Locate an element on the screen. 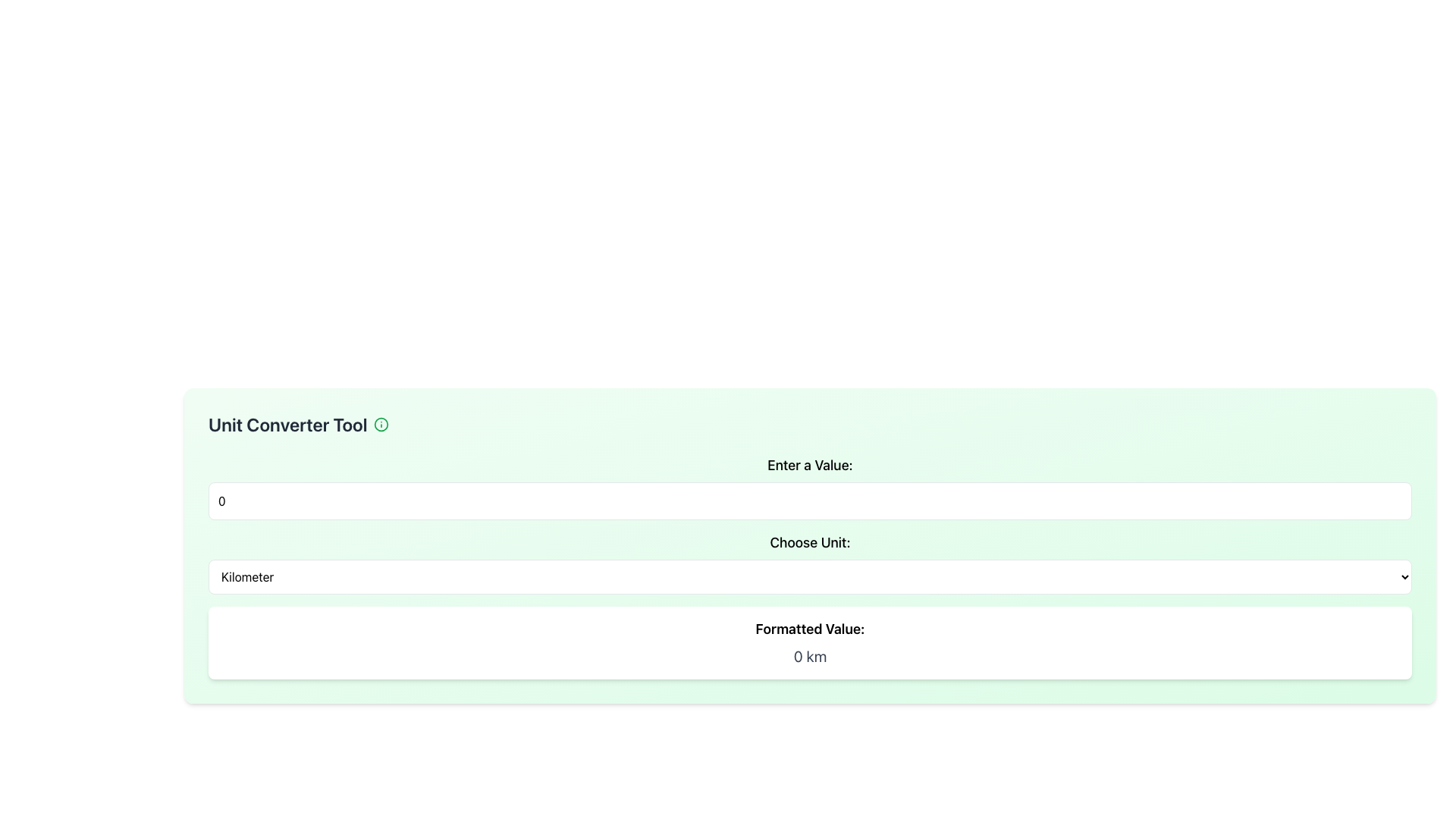 The image size is (1456, 819). within the Labeled Number Input Field of the Unit Converter Tool is located at coordinates (809, 488).